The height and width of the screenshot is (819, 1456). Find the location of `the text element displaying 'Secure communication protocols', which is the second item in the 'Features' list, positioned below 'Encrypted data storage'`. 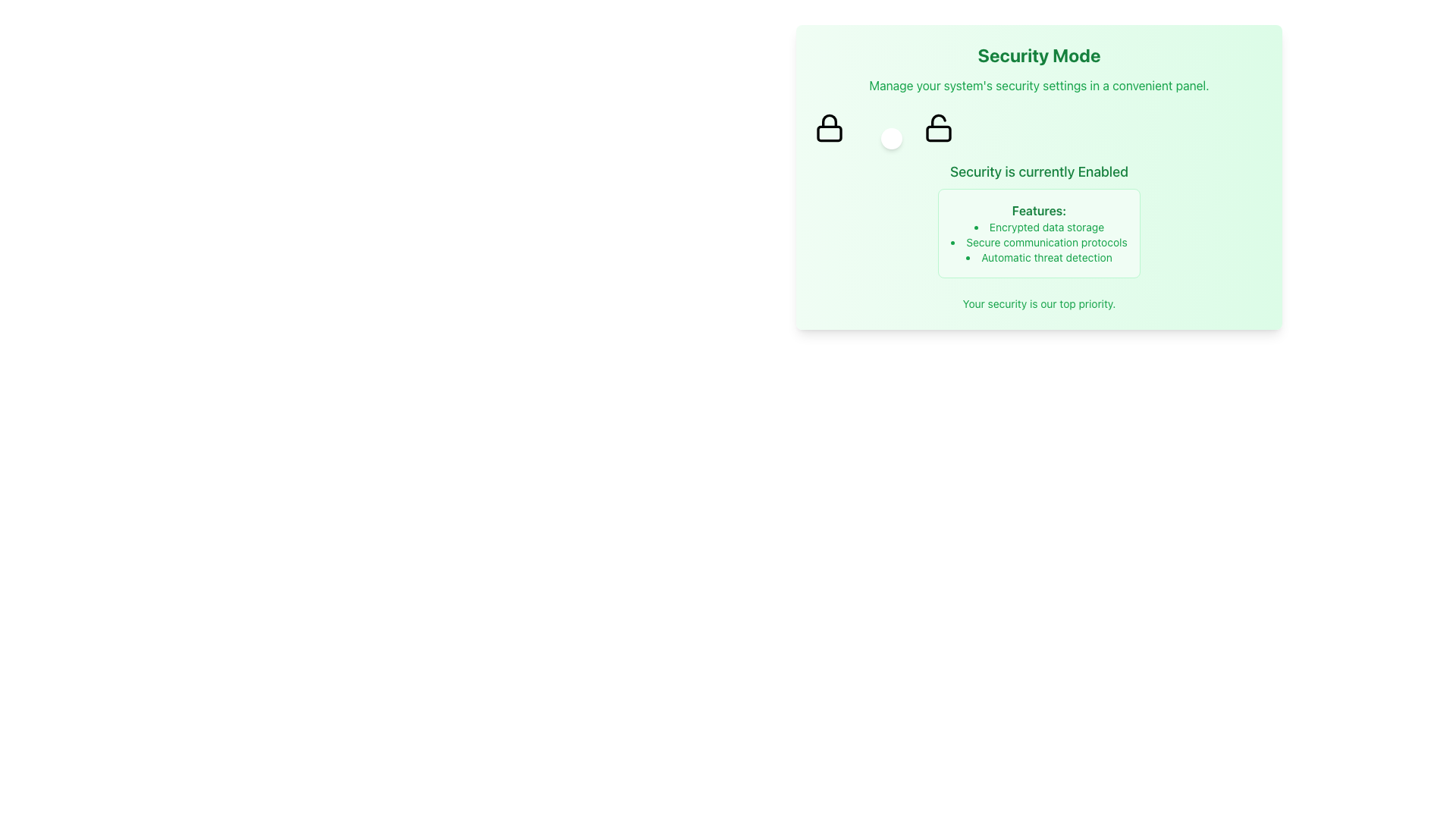

the text element displaying 'Secure communication protocols', which is the second item in the 'Features' list, positioned below 'Encrypted data storage' is located at coordinates (1038, 242).